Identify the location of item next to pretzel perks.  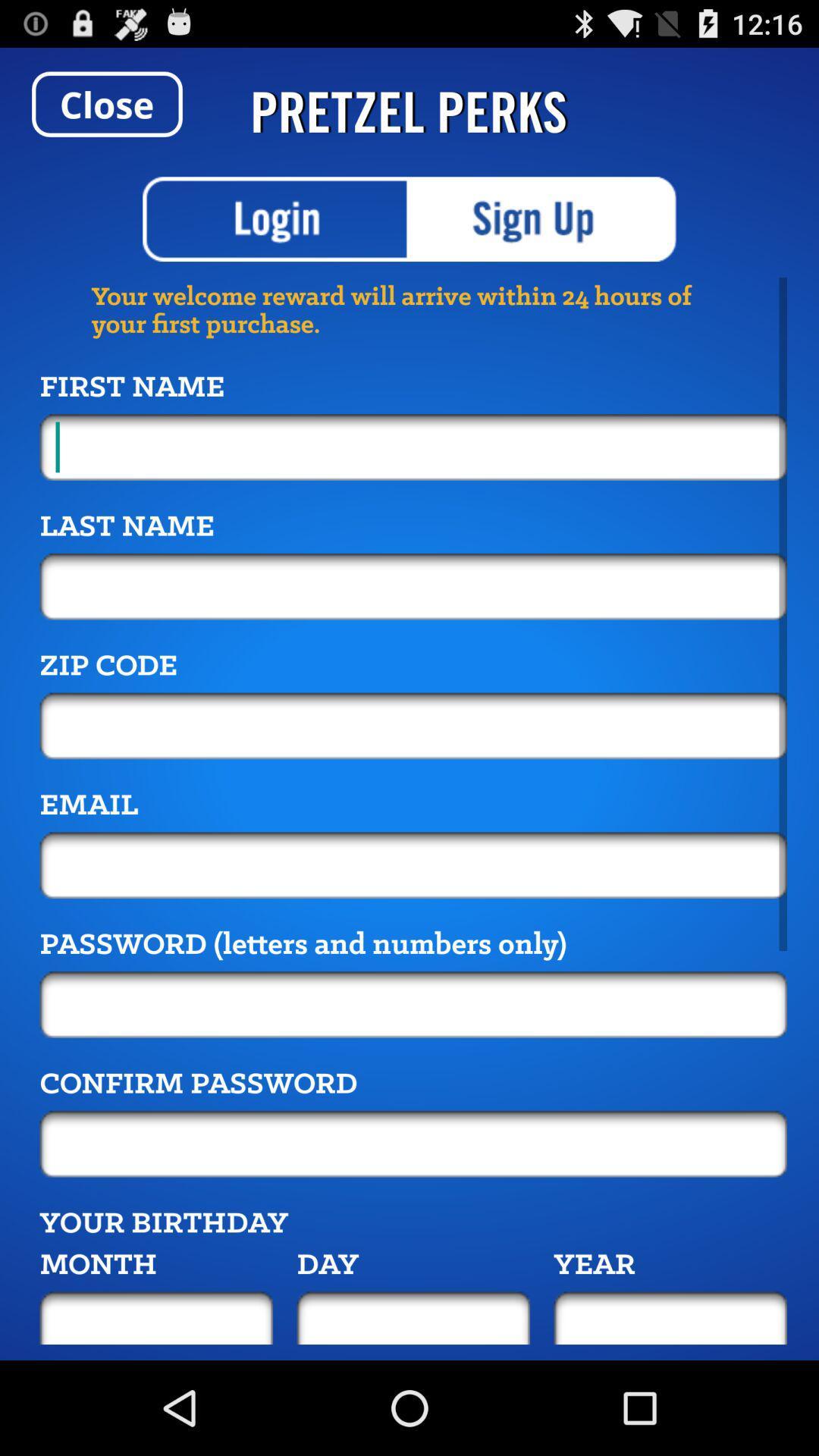
(106, 103).